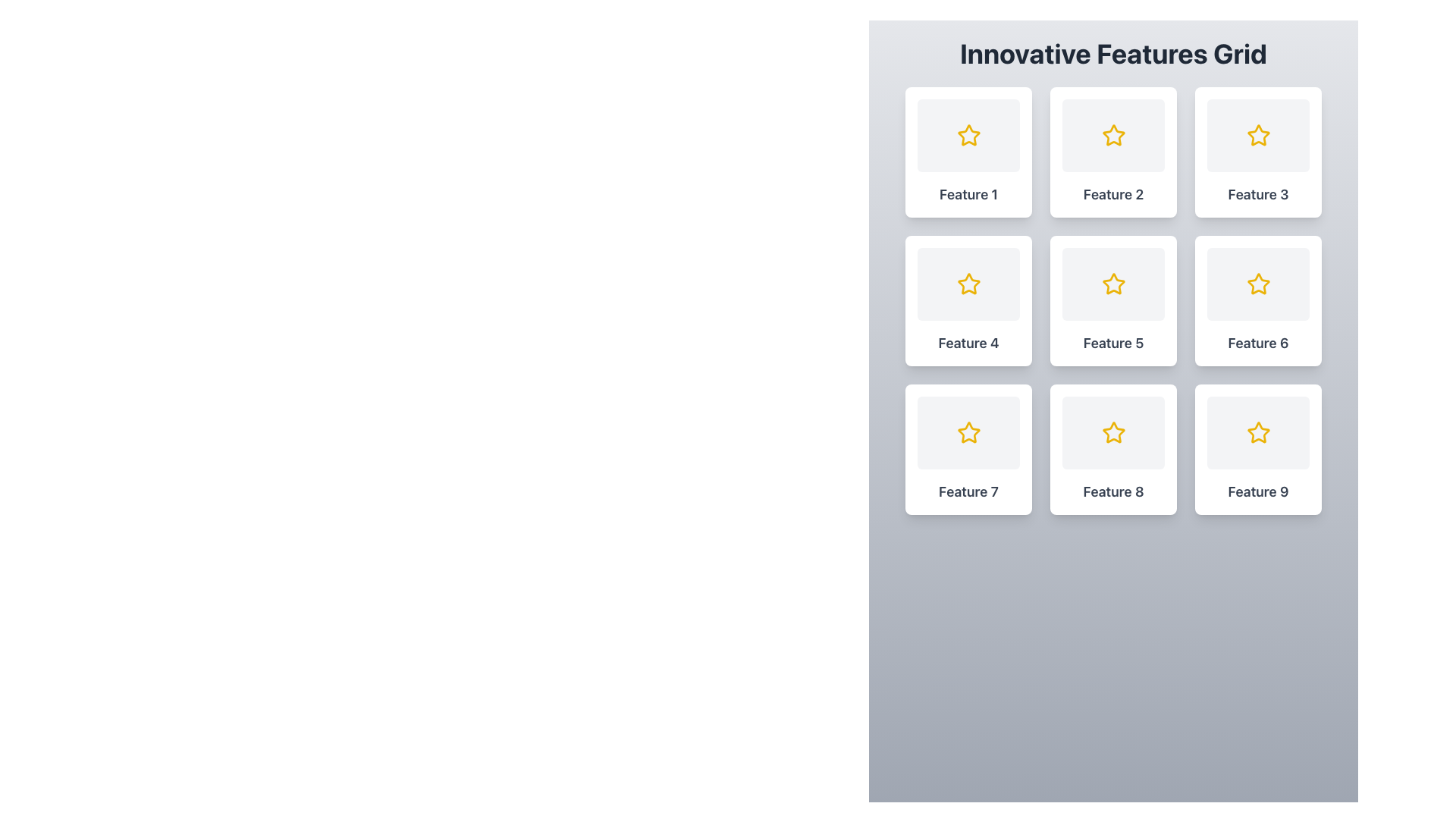 This screenshot has width=1456, height=819. Describe the element at coordinates (1113, 301) in the screenshot. I see `the 'Feature 5' card located in the middle of the grid` at that location.